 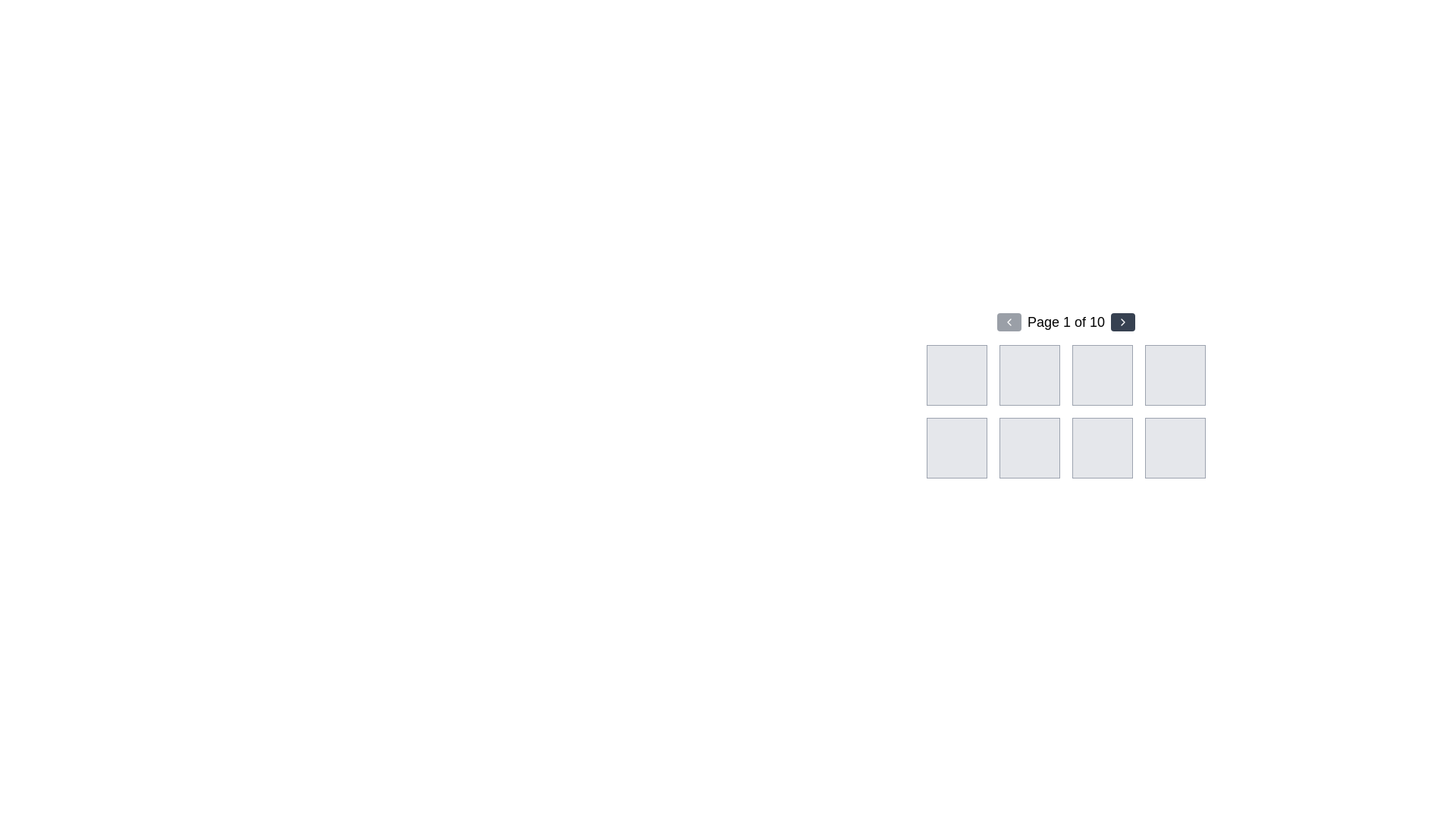 What do you see at coordinates (1065, 321) in the screenshot?
I see `text displayed in the pagination control bar that indicates the current page number and total pages available` at bounding box center [1065, 321].